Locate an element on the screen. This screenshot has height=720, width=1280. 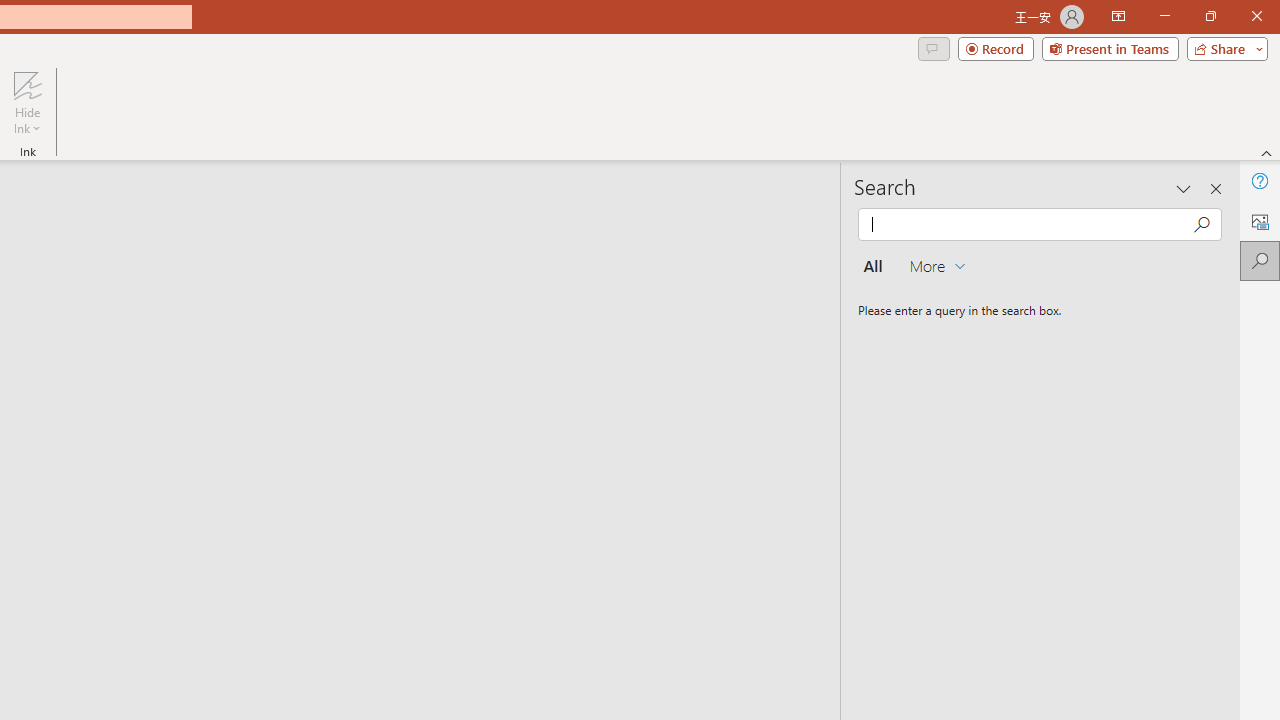
'Hide Ink' is located at coordinates (27, 84).